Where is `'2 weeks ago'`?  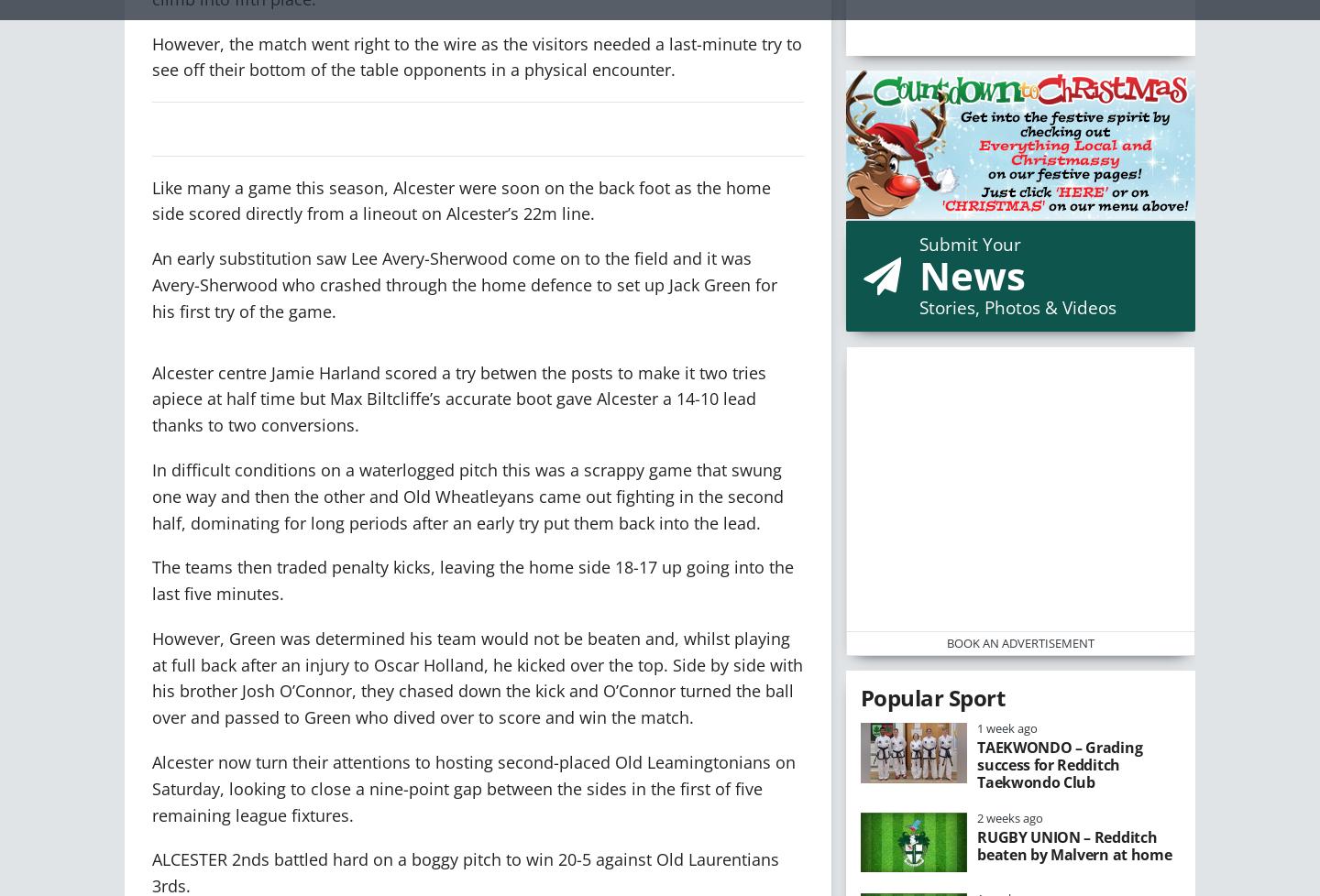
'2 weeks ago' is located at coordinates (1009, 816).